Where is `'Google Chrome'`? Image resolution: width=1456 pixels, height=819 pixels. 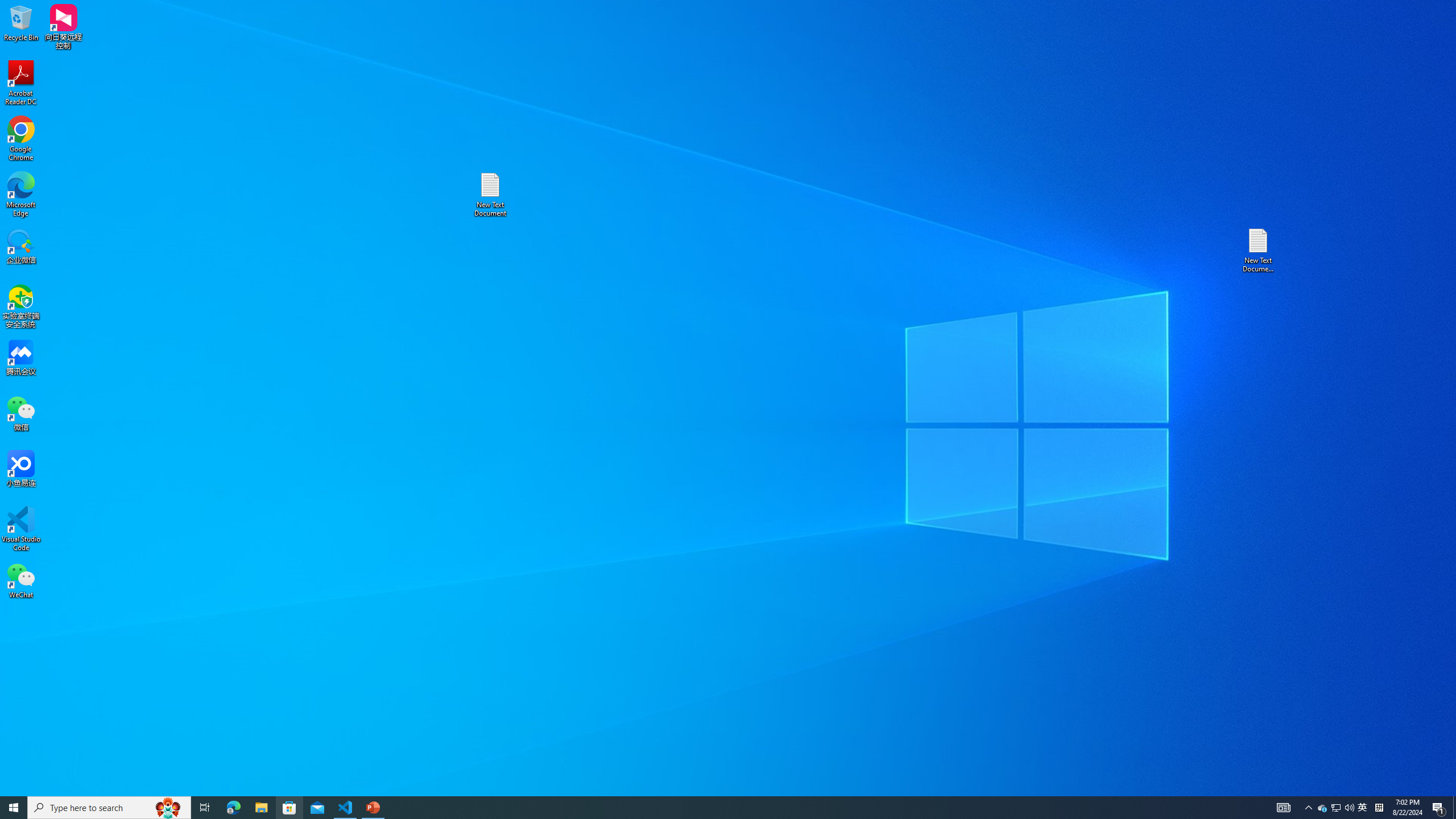 'Google Chrome' is located at coordinates (20, 139).